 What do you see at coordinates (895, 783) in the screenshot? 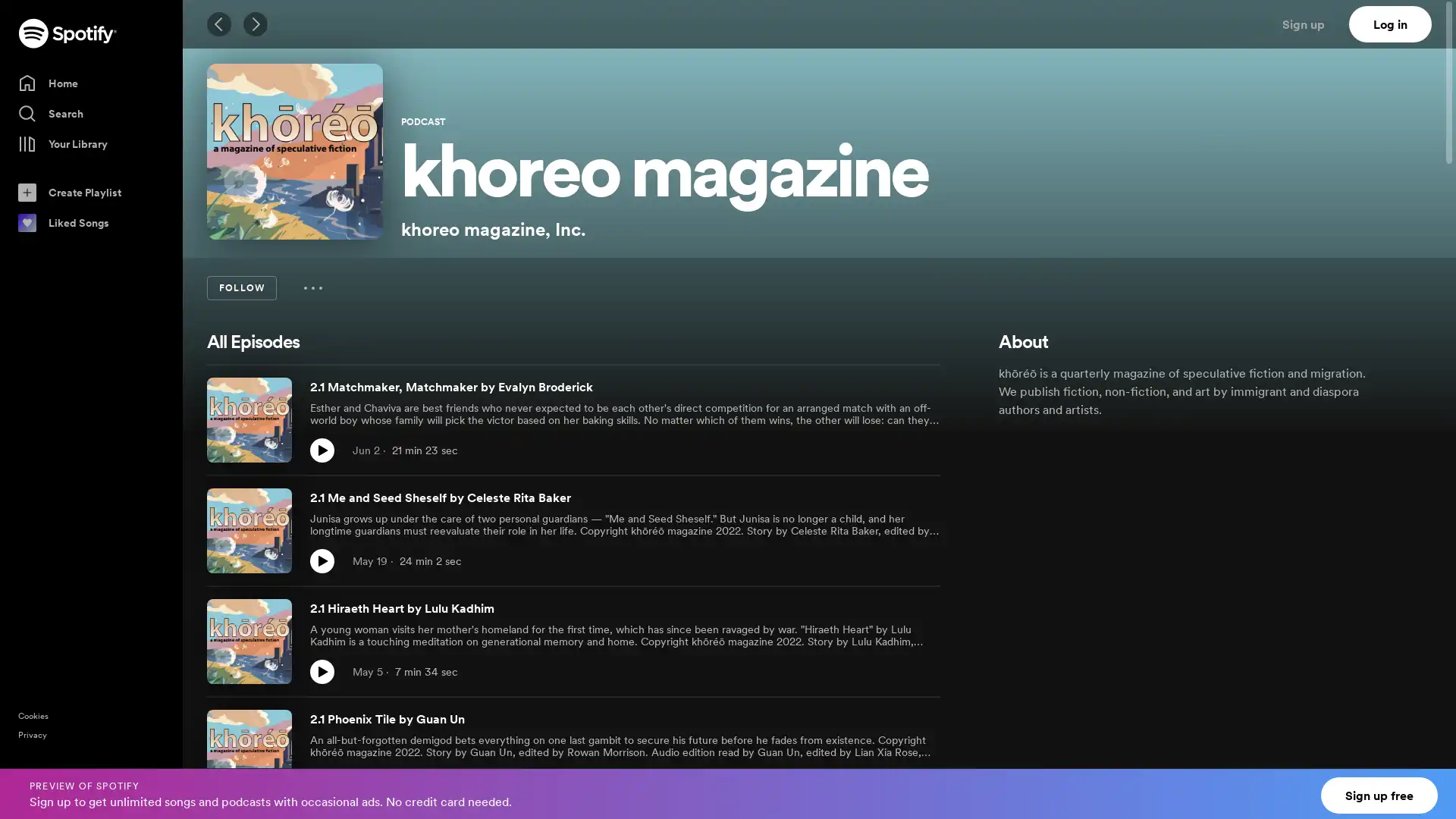
I see `Share` at bounding box center [895, 783].